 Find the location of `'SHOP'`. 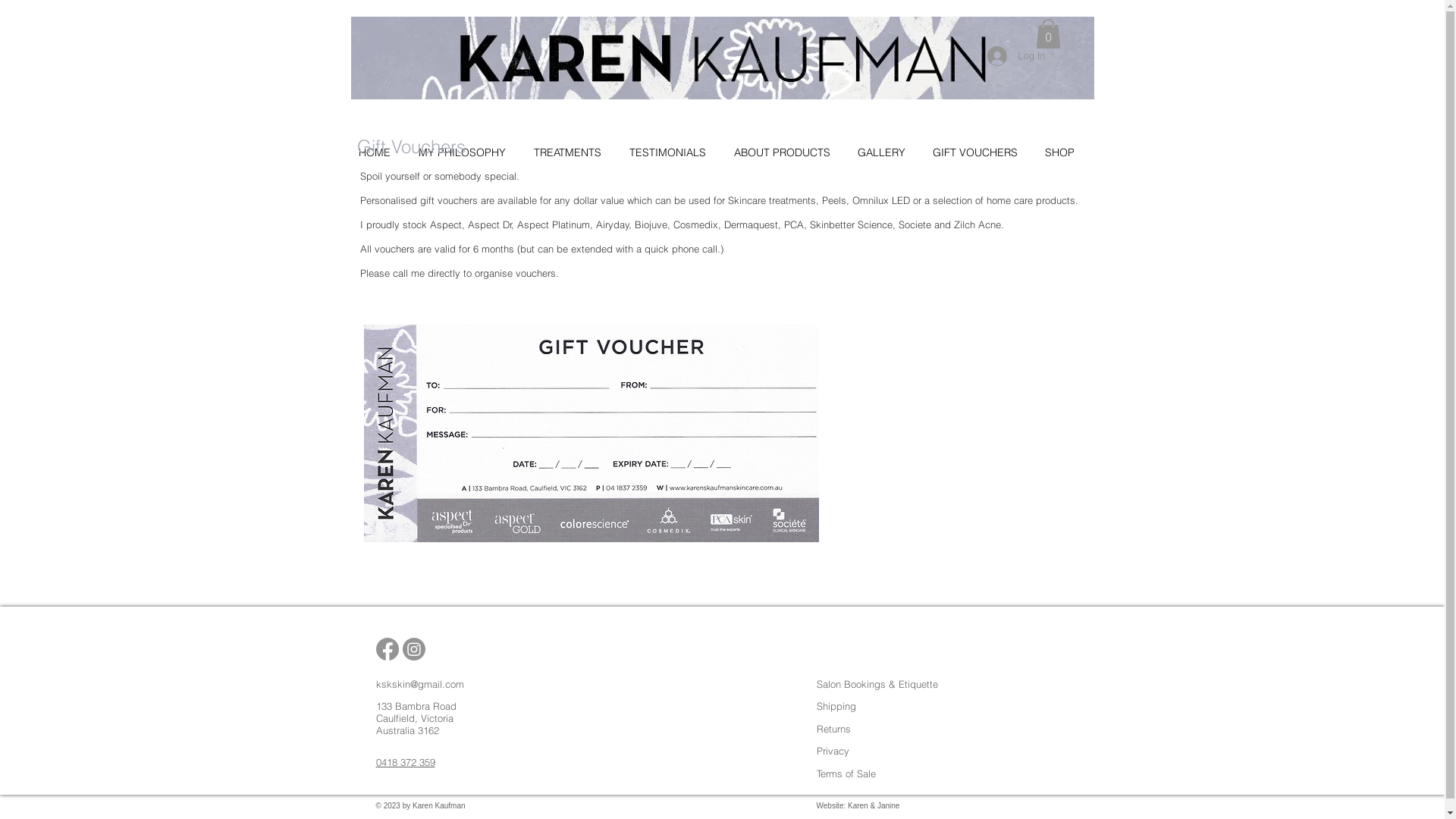

'SHOP' is located at coordinates (1065, 152).